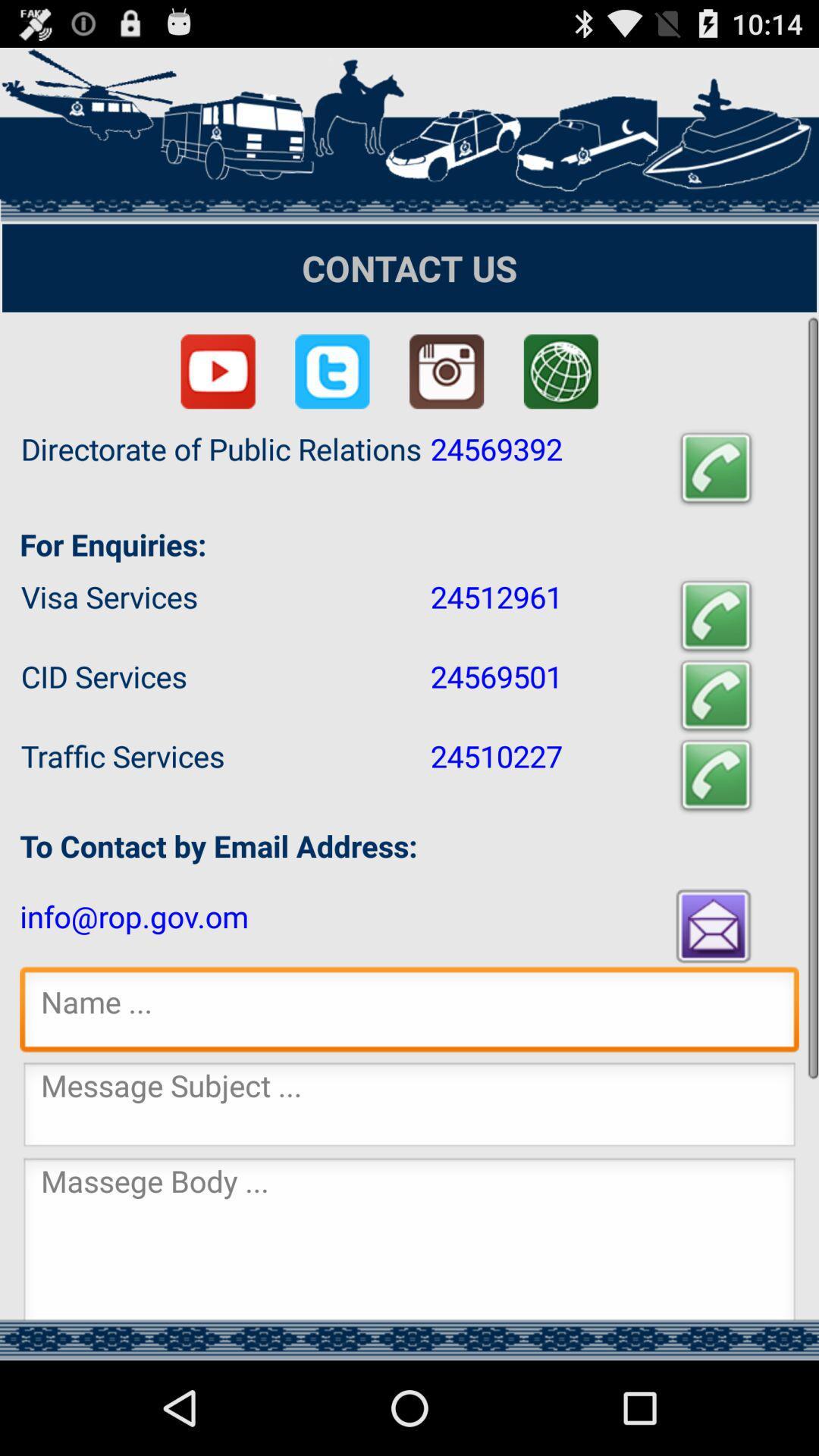 The height and width of the screenshot is (1456, 819). I want to click on message subject, so click(409, 1109).